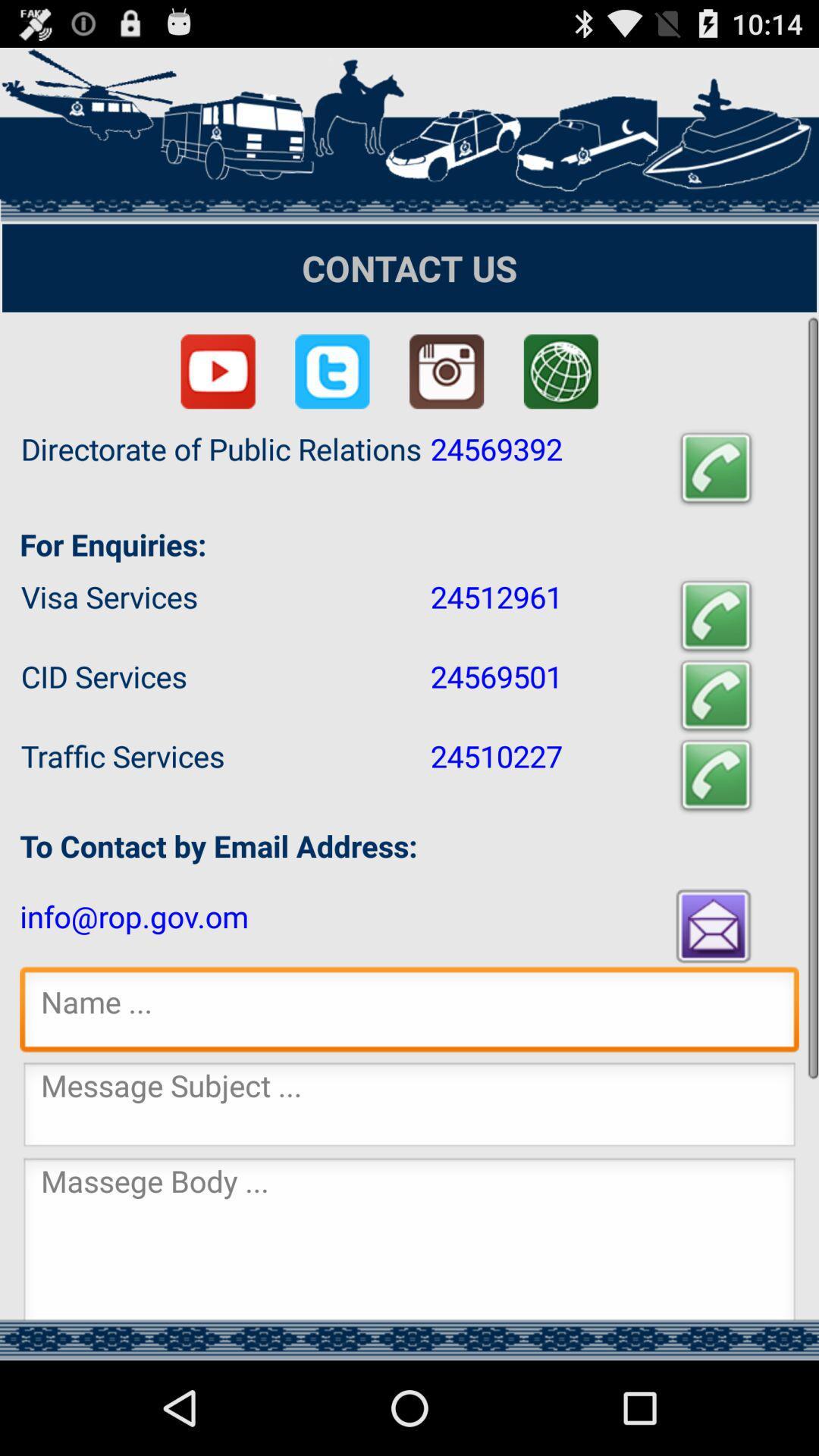 The height and width of the screenshot is (1456, 819). I want to click on message subject, so click(409, 1109).